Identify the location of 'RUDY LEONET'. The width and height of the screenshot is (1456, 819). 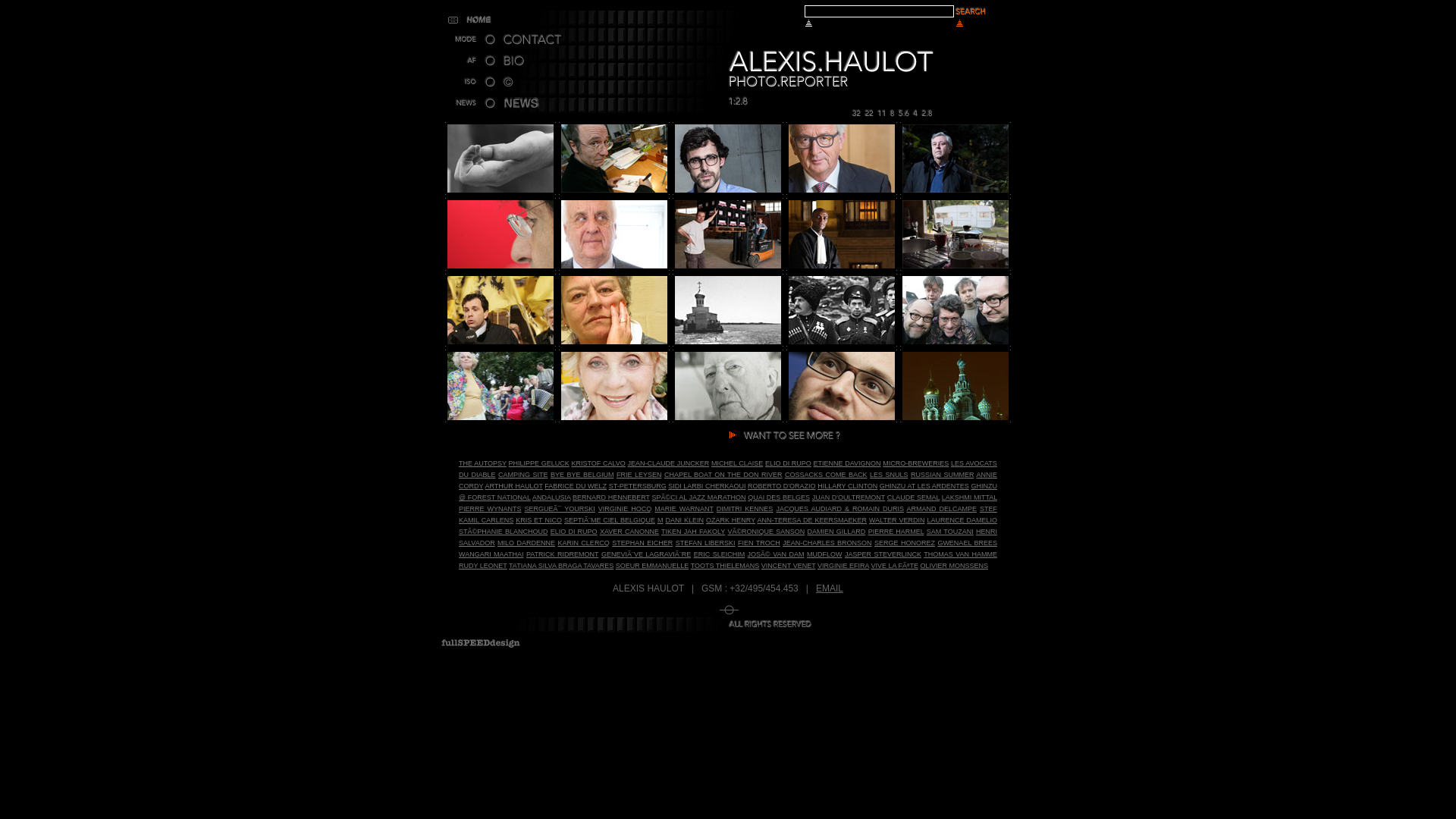
(482, 565).